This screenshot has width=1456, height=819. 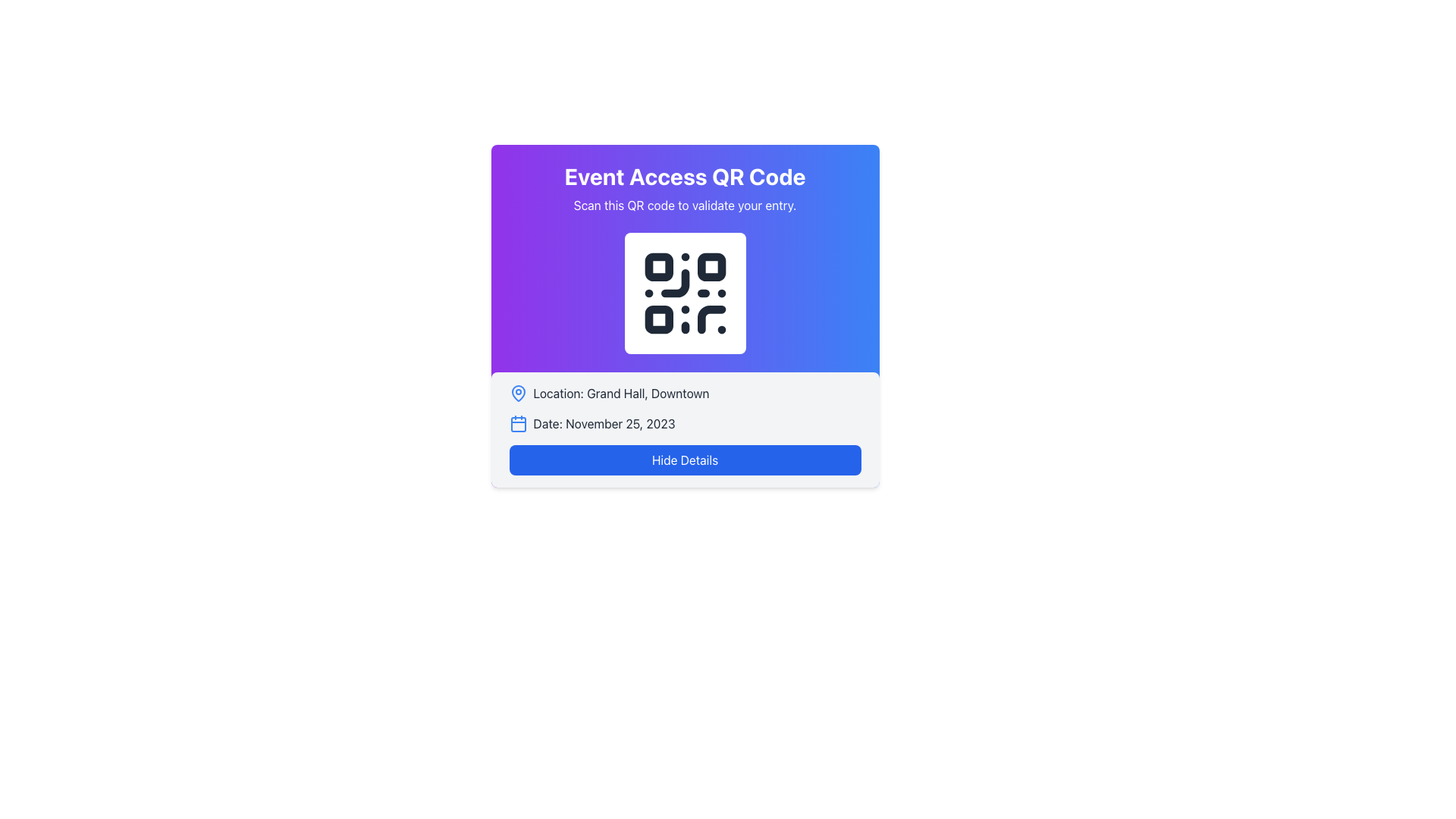 I want to click on the button located at the bottom of the gray information panel to hide additional details, so click(x=684, y=459).